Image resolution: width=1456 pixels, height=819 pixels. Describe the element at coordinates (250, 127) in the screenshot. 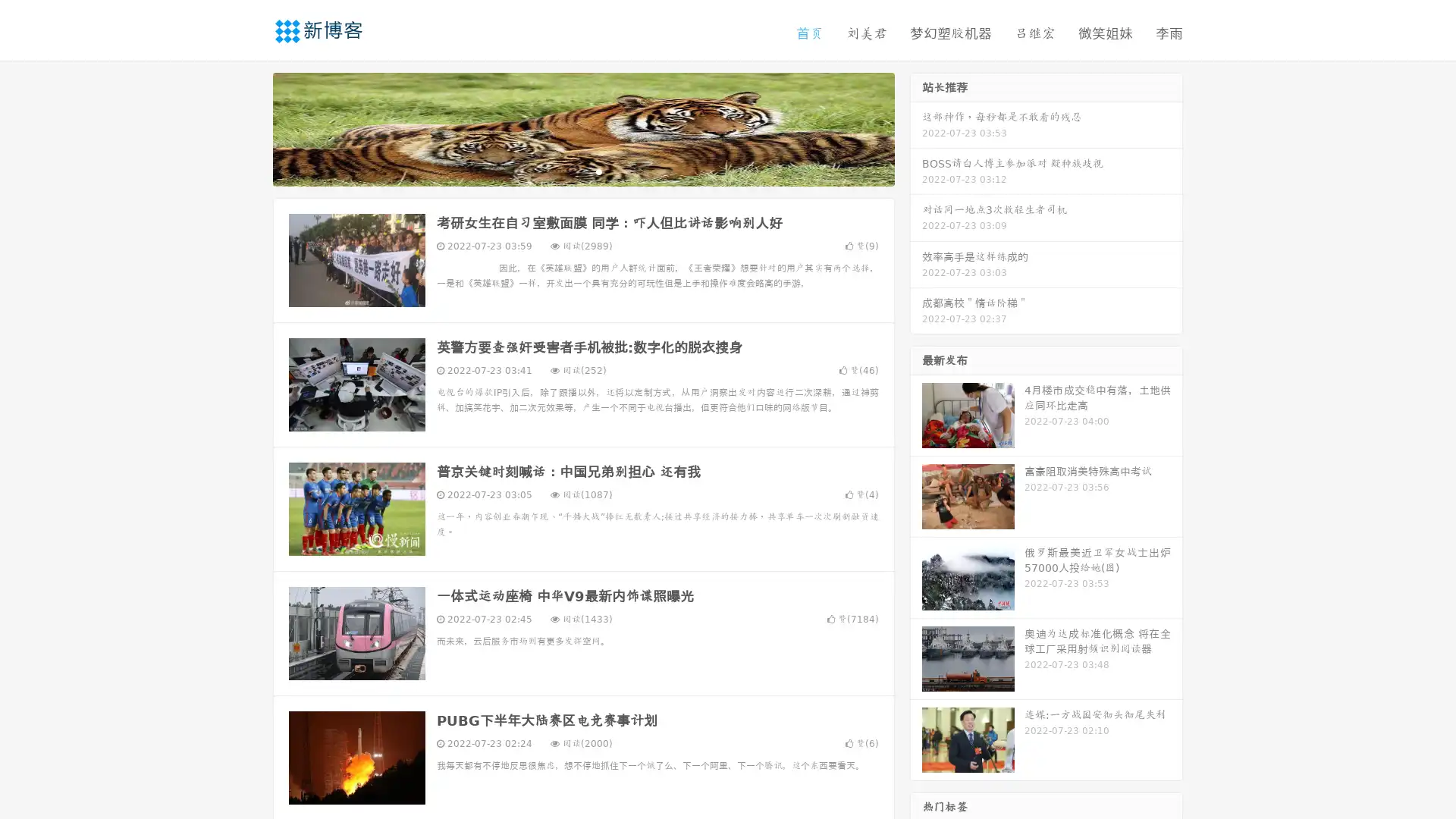

I see `Previous slide` at that location.